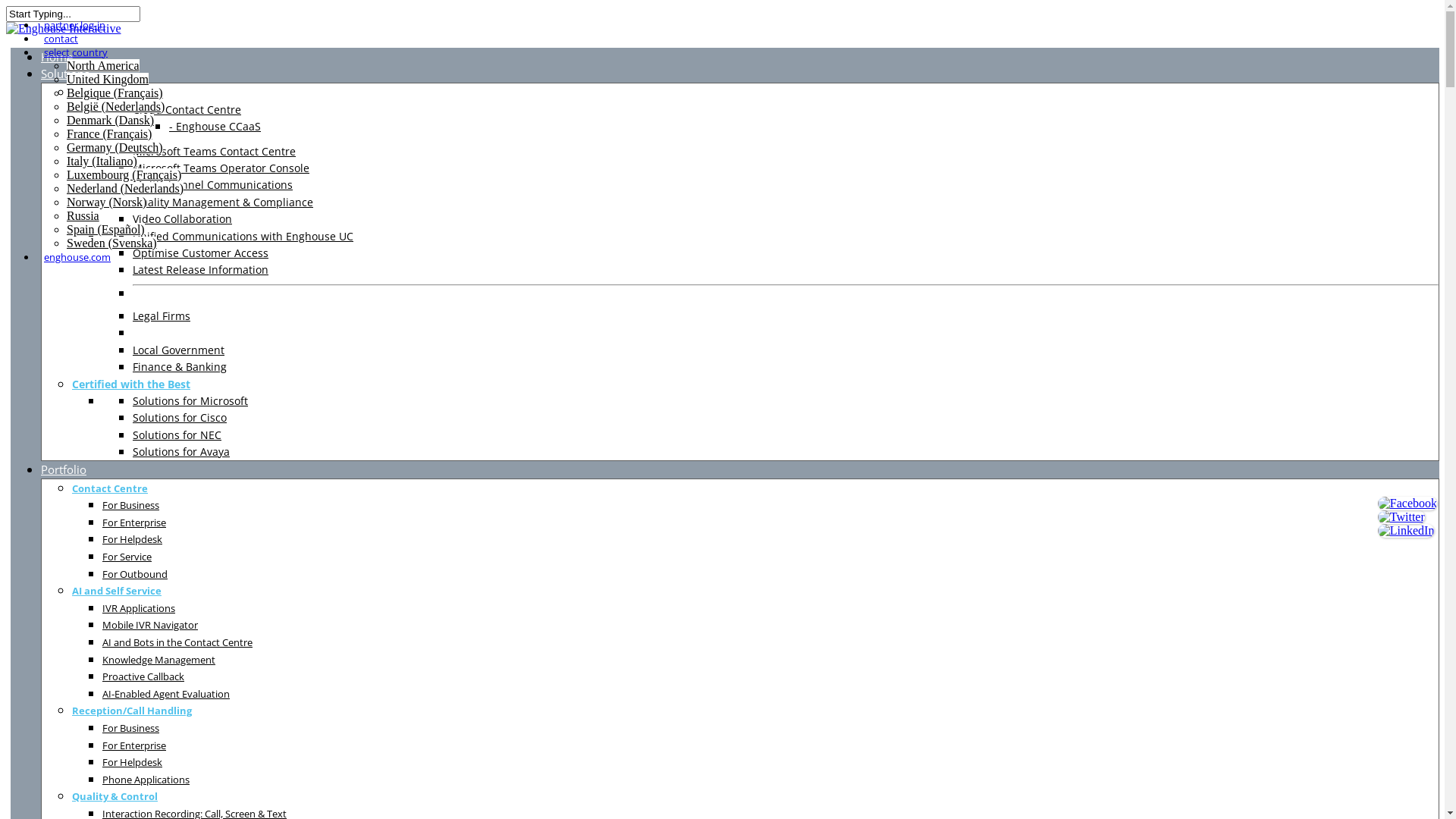 Image resolution: width=1456 pixels, height=819 pixels. I want to click on 'Certified with the Best', so click(130, 383).